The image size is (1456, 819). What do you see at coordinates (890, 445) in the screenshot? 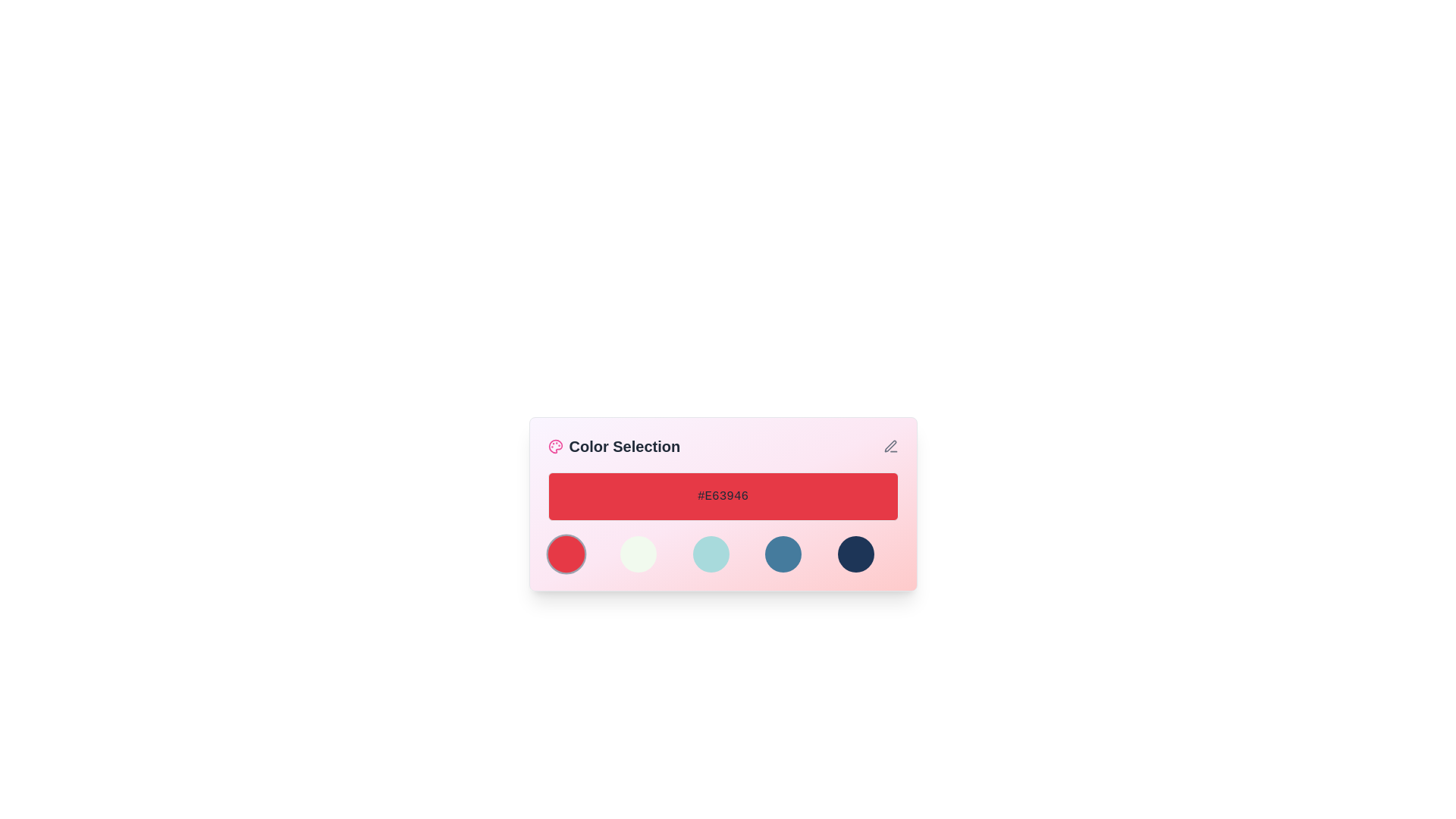
I see `the pen or pencil icon located in the top-right corner of the Color Selection panel, adjacent to the 'Color Selection' label` at bounding box center [890, 445].